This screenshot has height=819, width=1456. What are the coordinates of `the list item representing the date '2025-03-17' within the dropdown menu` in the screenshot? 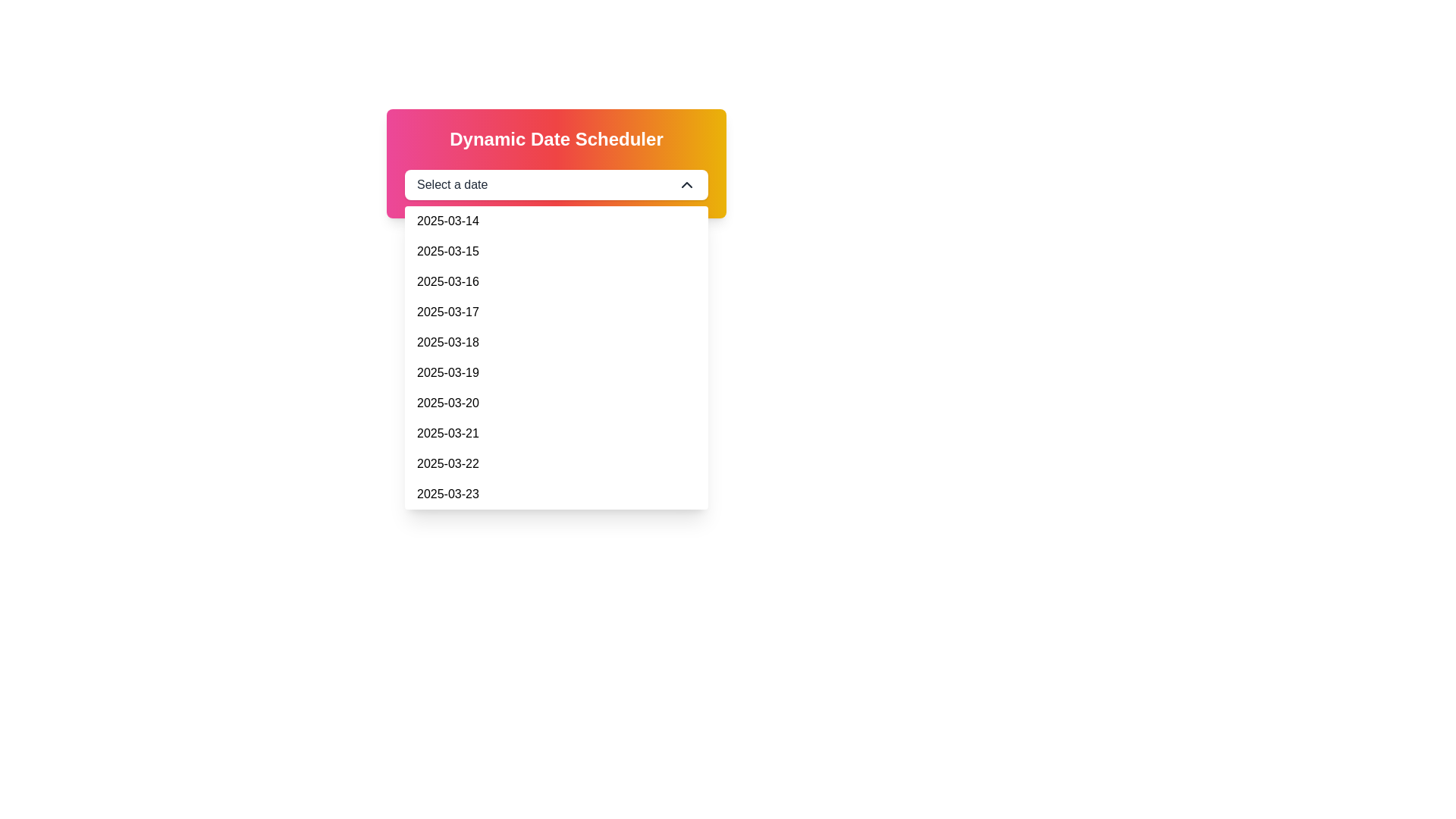 It's located at (556, 312).